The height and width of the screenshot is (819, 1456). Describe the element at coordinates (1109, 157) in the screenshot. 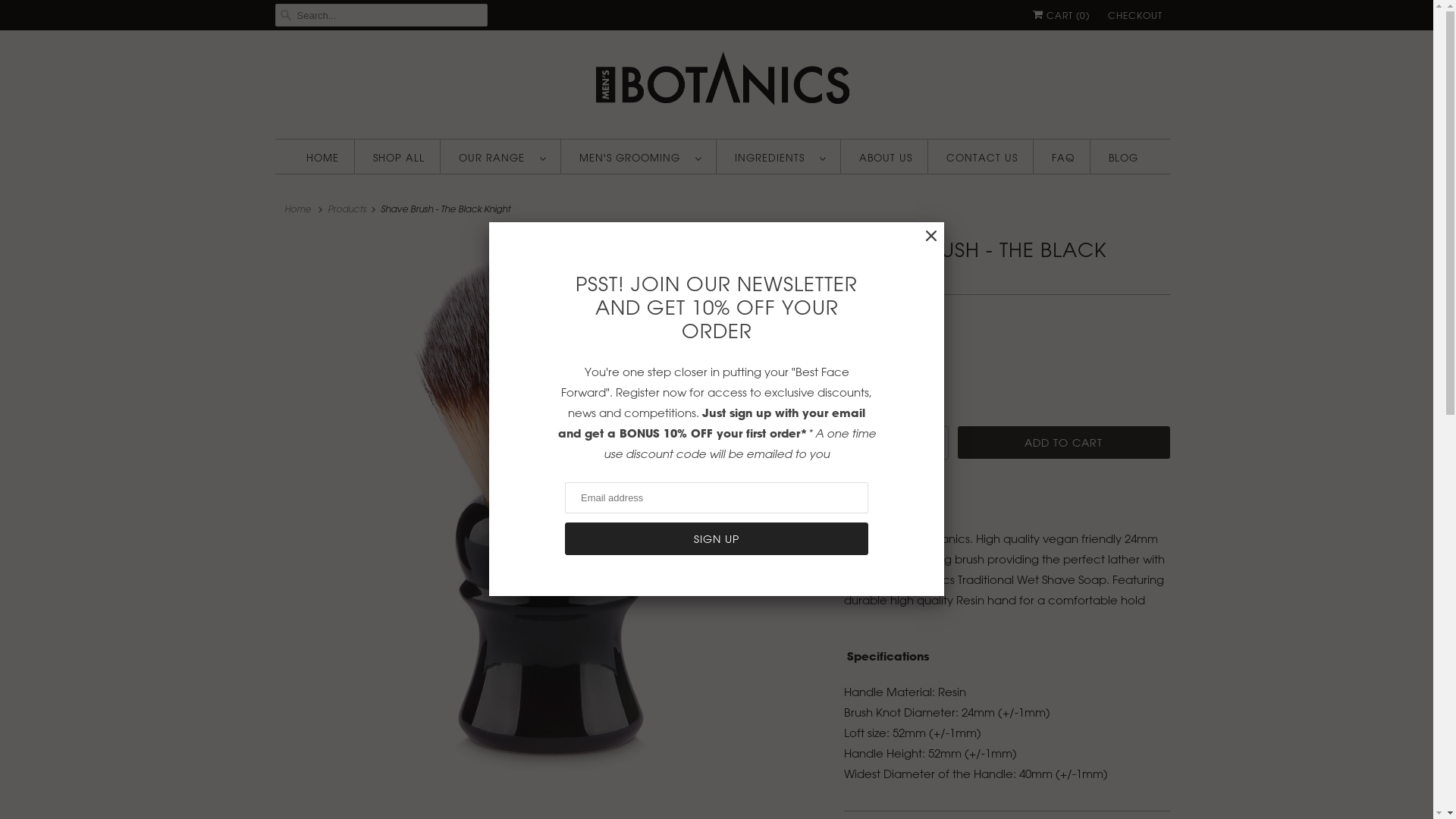

I see `'BLOG'` at that location.